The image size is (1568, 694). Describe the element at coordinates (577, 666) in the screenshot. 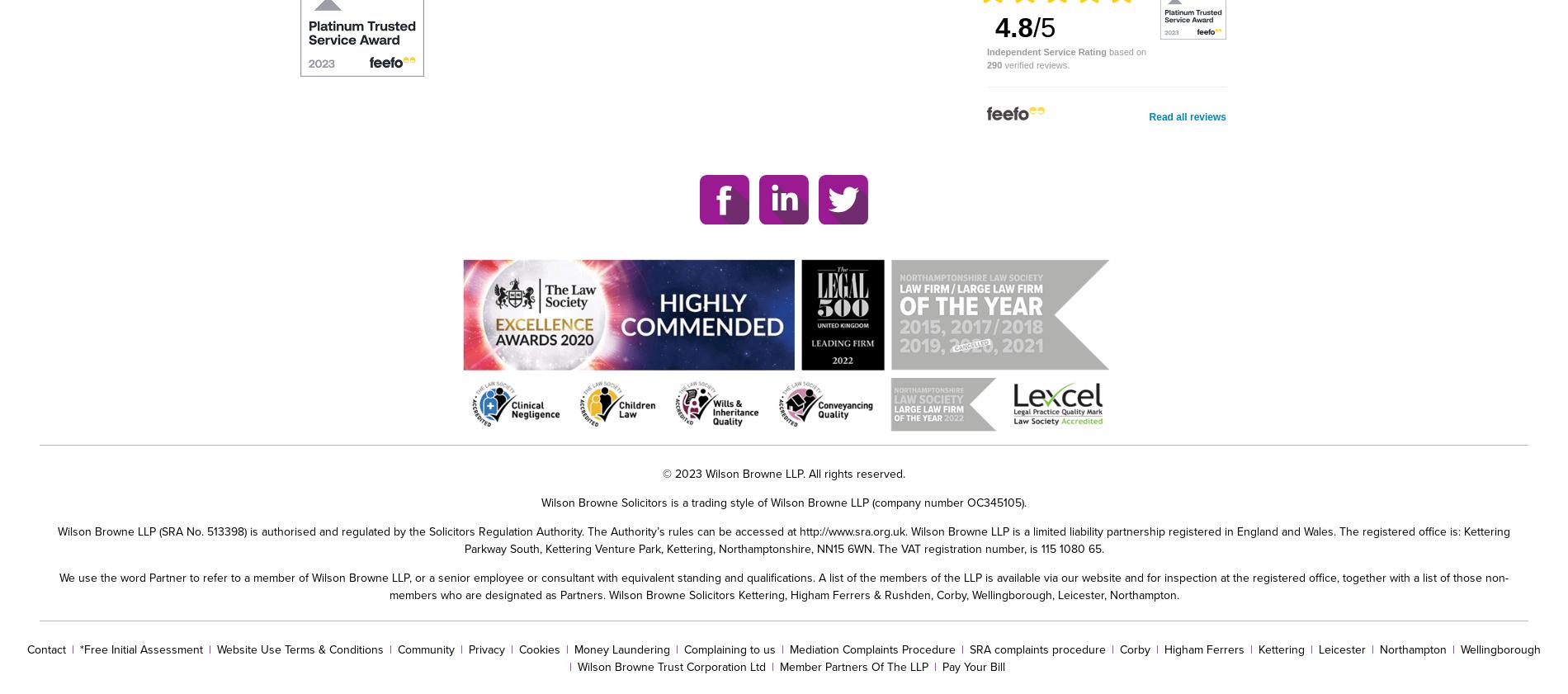

I see `'Wilson Browne Trust Corporation Ltd'` at that location.